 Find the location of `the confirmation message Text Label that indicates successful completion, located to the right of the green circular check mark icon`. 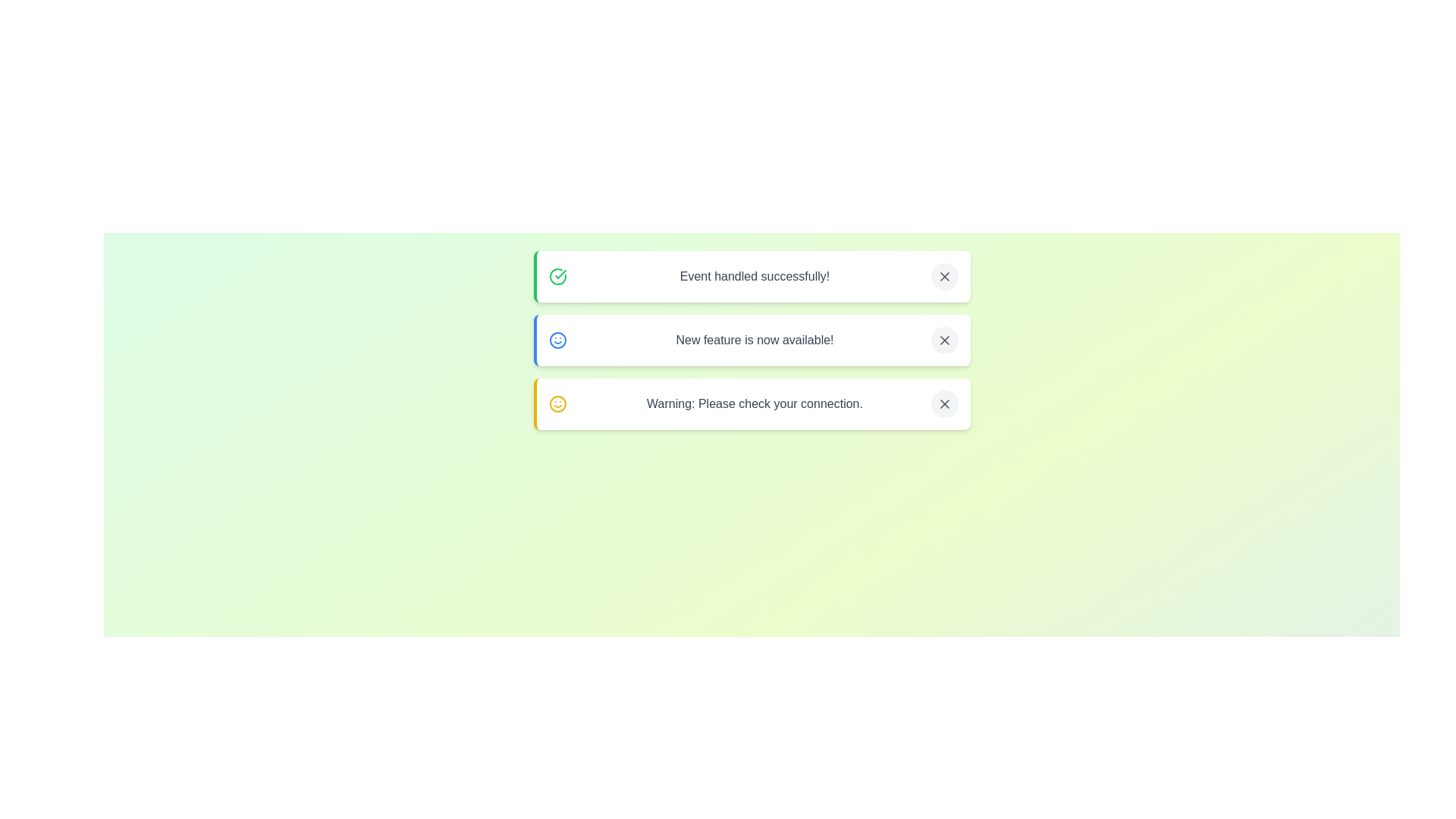

the confirmation message Text Label that indicates successful completion, located to the right of the green circular check mark icon is located at coordinates (755, 277).